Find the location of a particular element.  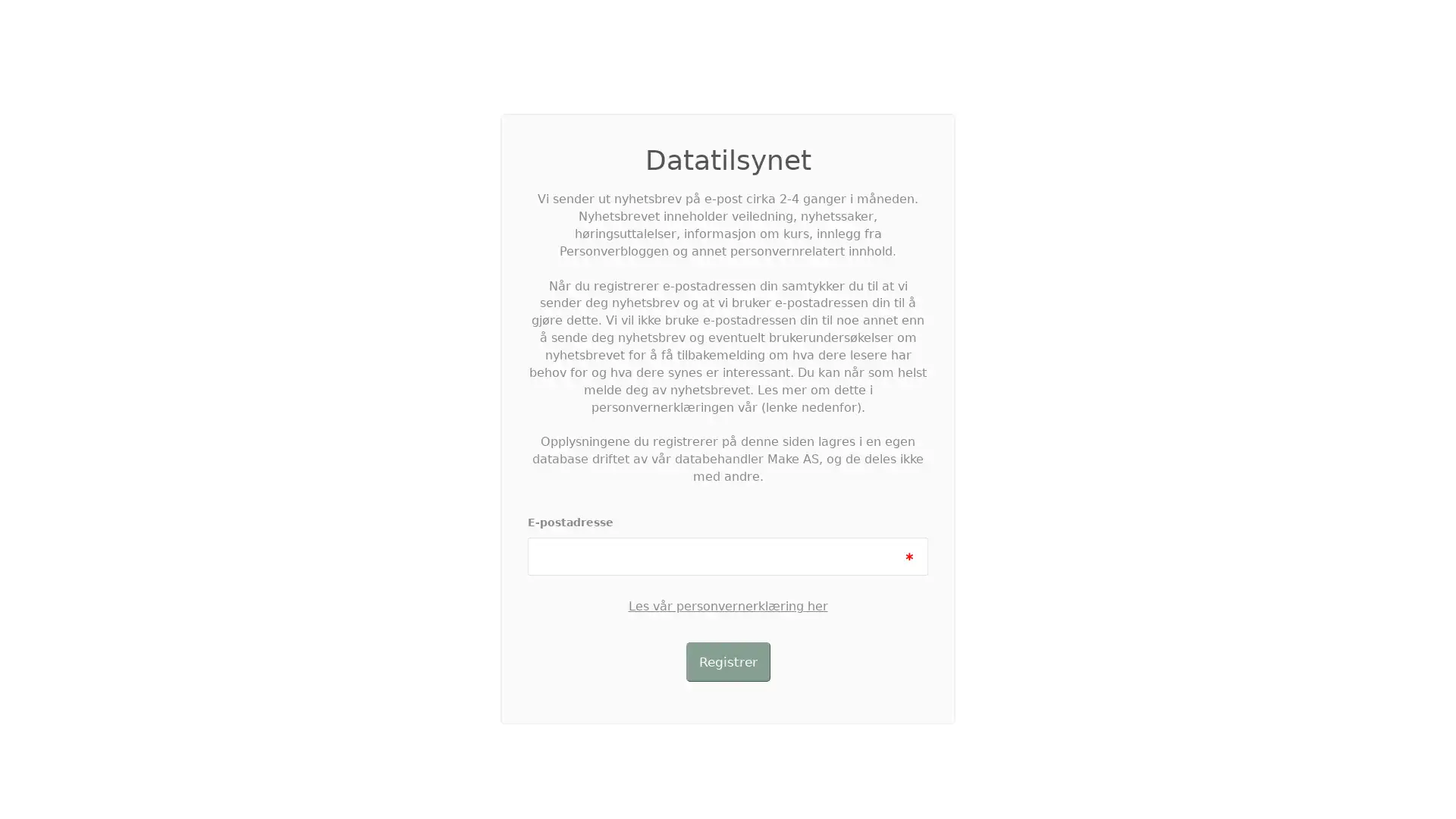

Registrer is located at coordinates (726, 660).